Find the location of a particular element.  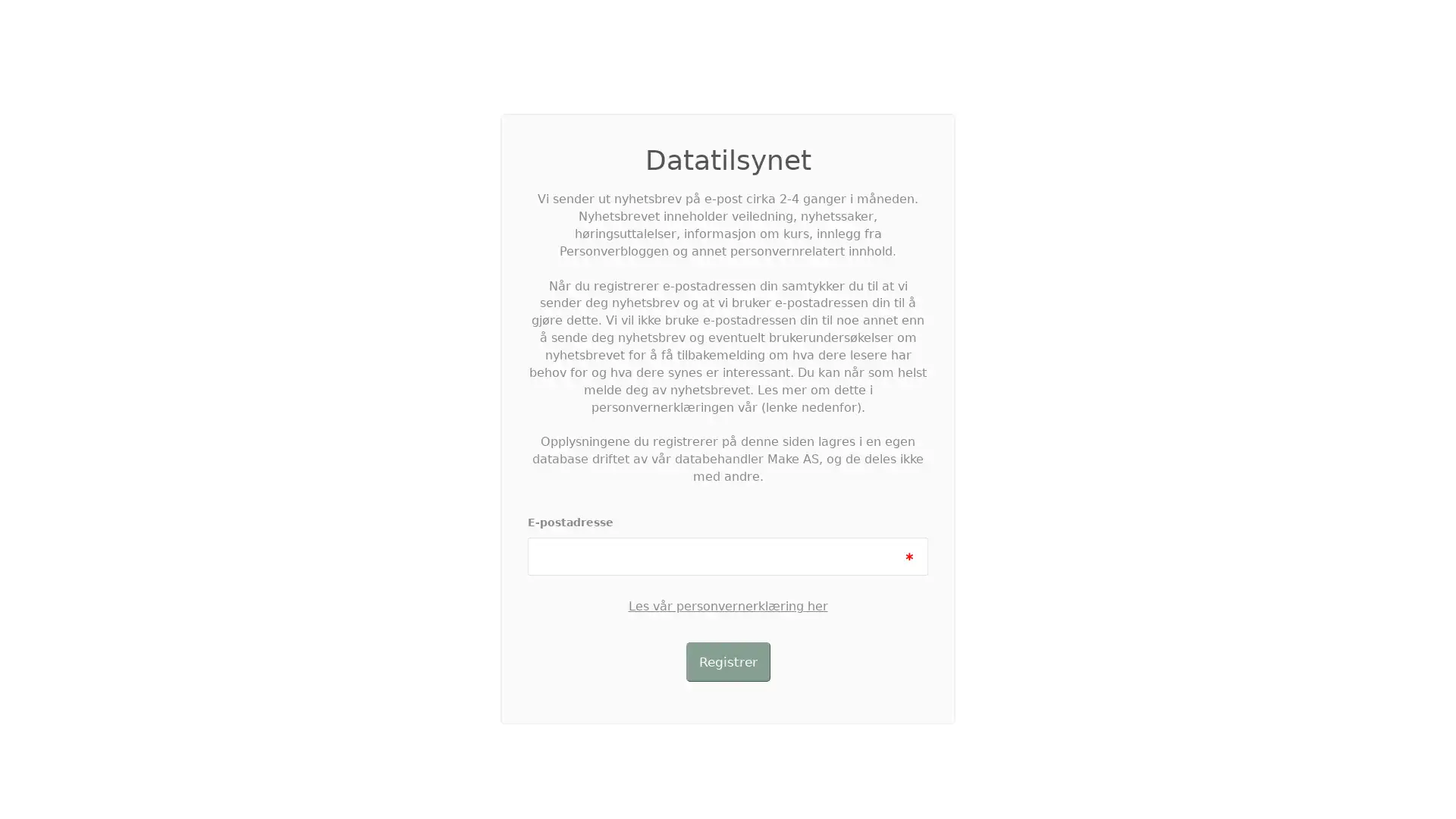

Registrer is located at coordinates (726, 660).